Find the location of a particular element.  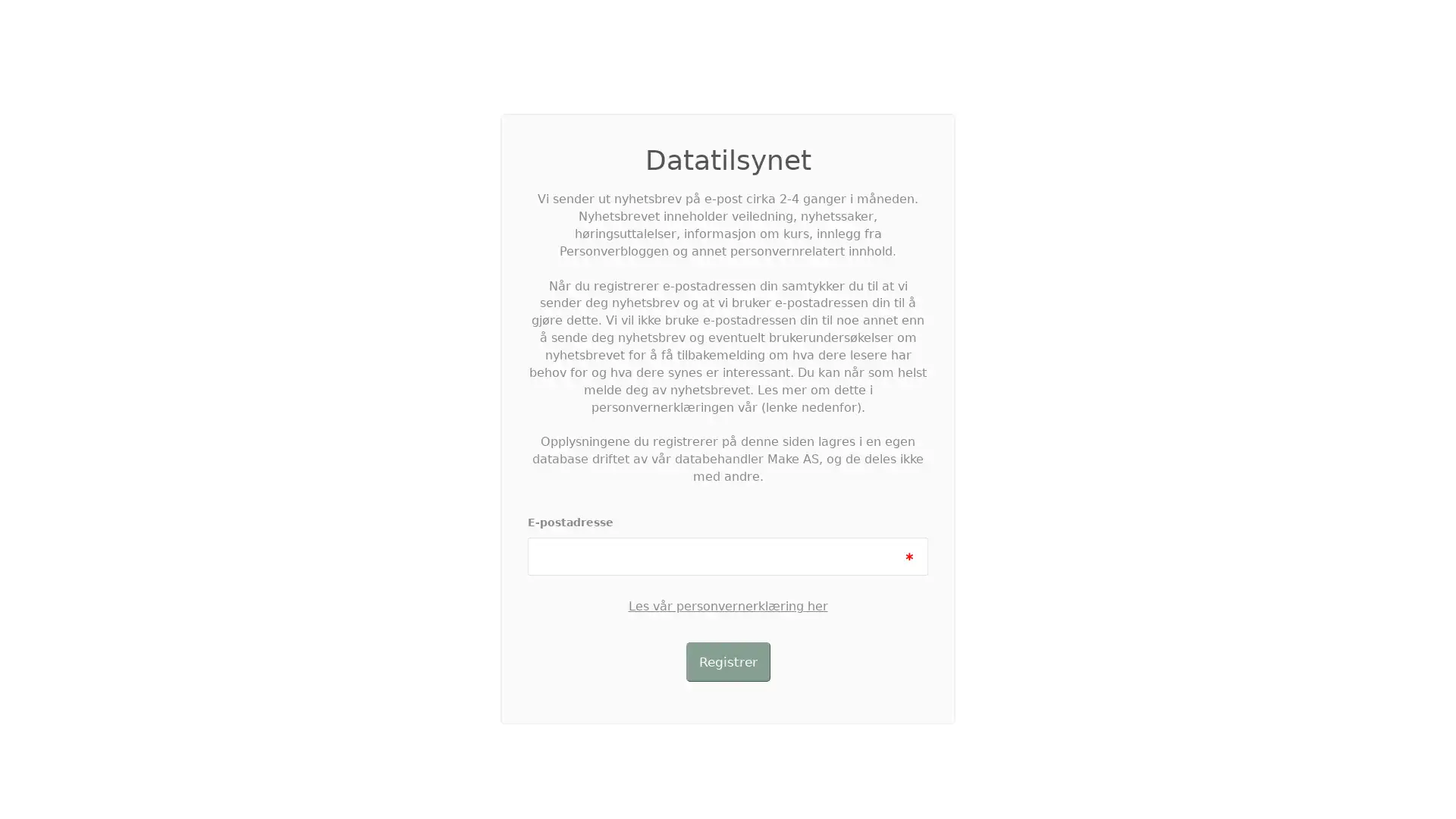

Registrer is located at coordinates (726, 660).